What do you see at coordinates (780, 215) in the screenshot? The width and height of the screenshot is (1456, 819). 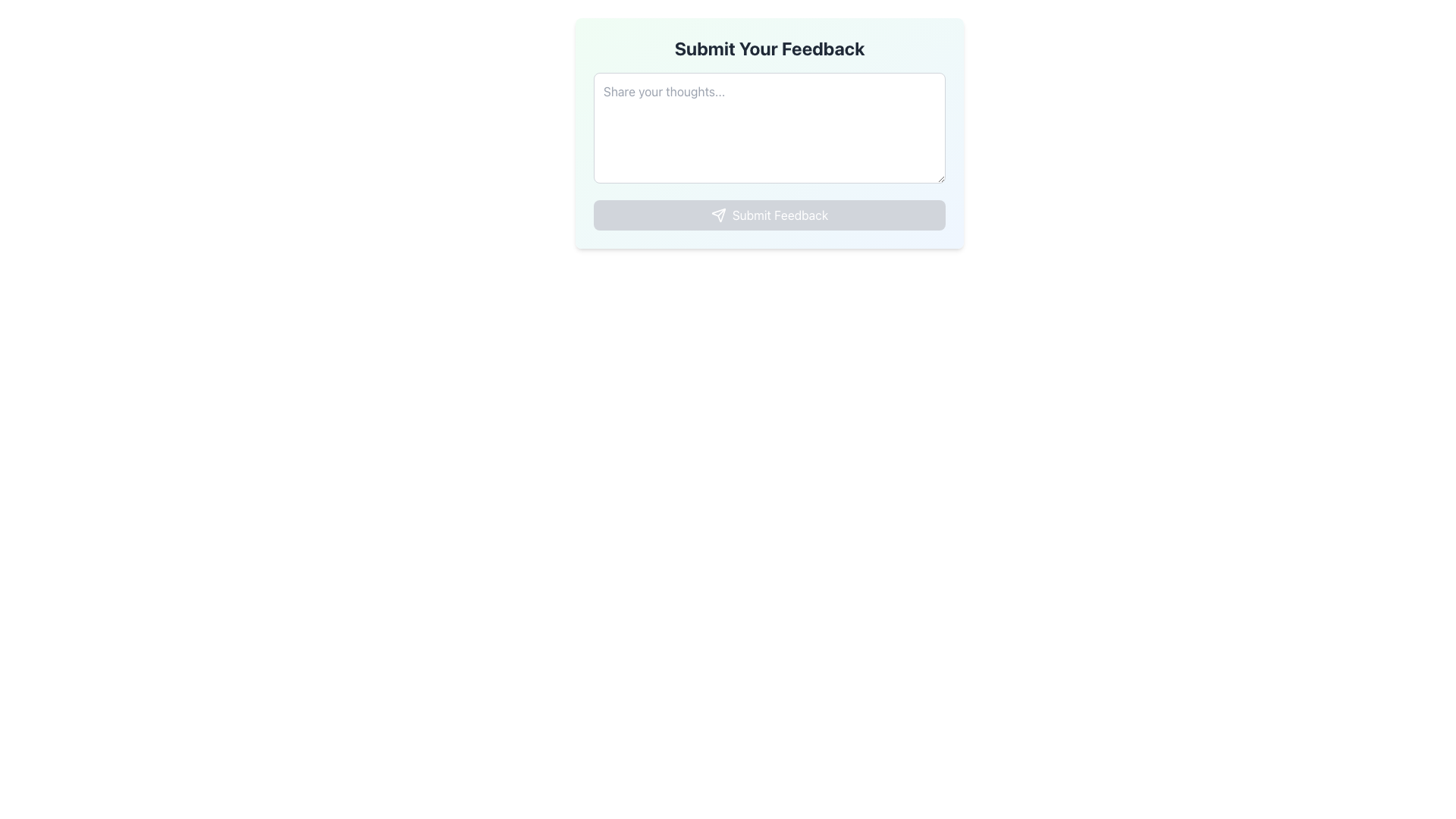 I see `the 'Submit Feedback' button located at the bottom center of the feedback form, which contains descriptive text for submitting user feedback` at bounding box center [780, 215].